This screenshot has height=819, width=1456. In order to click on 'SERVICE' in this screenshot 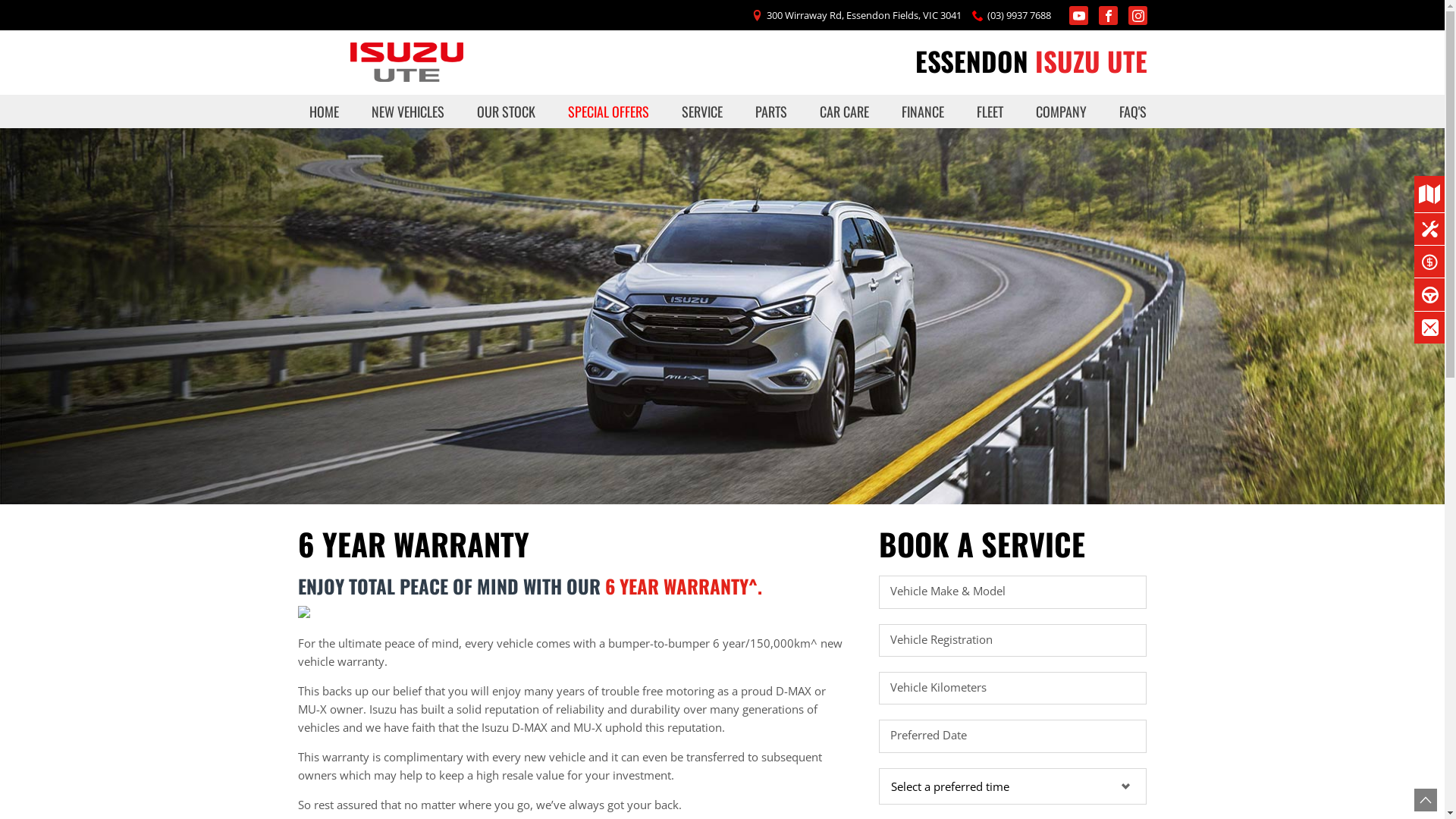, I will do `click(669, 110)`.